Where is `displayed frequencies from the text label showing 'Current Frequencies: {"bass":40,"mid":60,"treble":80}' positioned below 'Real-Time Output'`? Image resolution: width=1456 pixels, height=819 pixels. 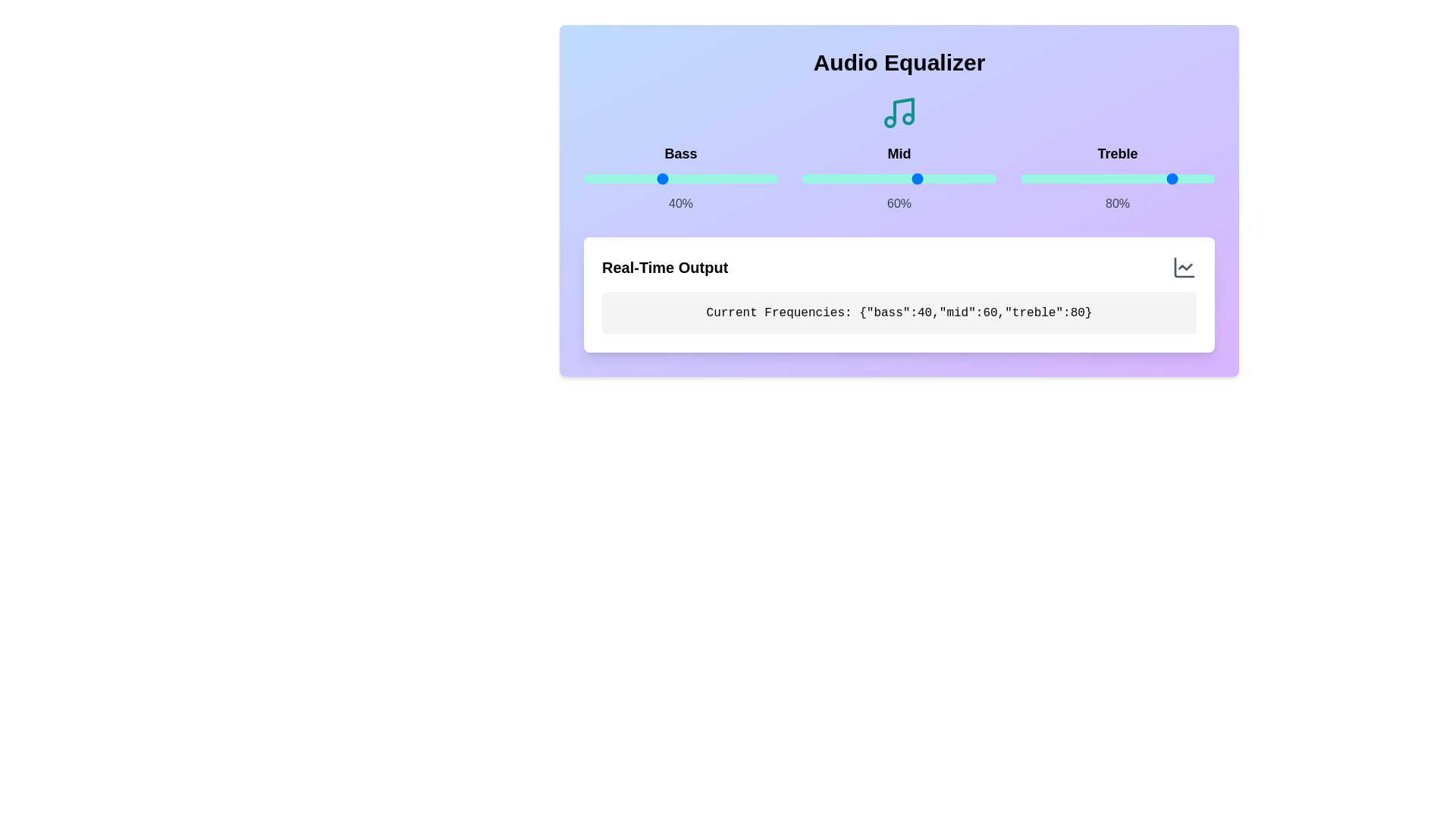
displayed frequencies from the text label showing 'Current Frequencies: {"bass":40,"mid":60,"treble":80}' positioned below 'Real-Time Output' is located at coordinates (899, 312).